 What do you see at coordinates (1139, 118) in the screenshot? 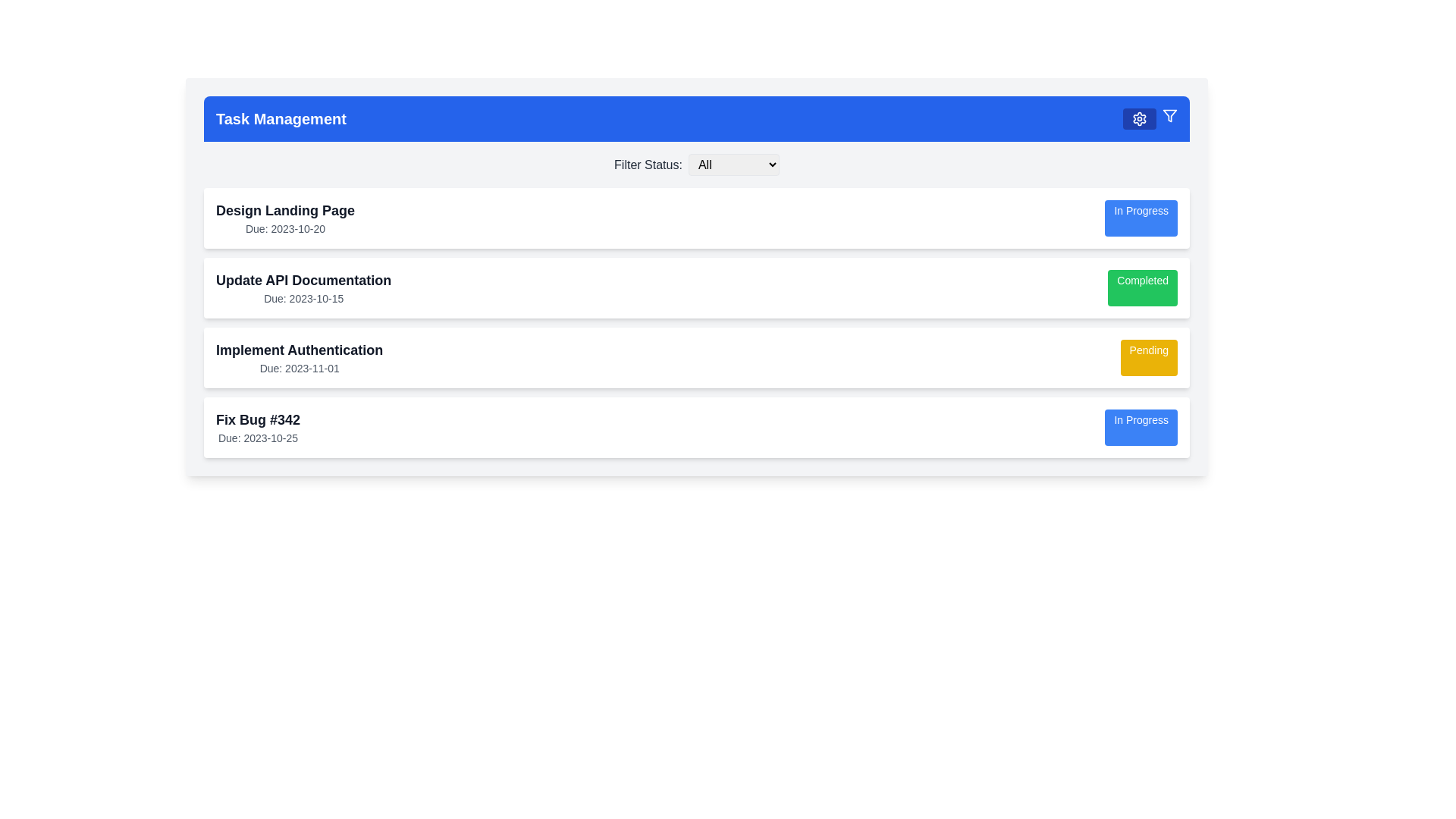
I see `the settings button located on the header bar` at bounding box center [1139, 118].